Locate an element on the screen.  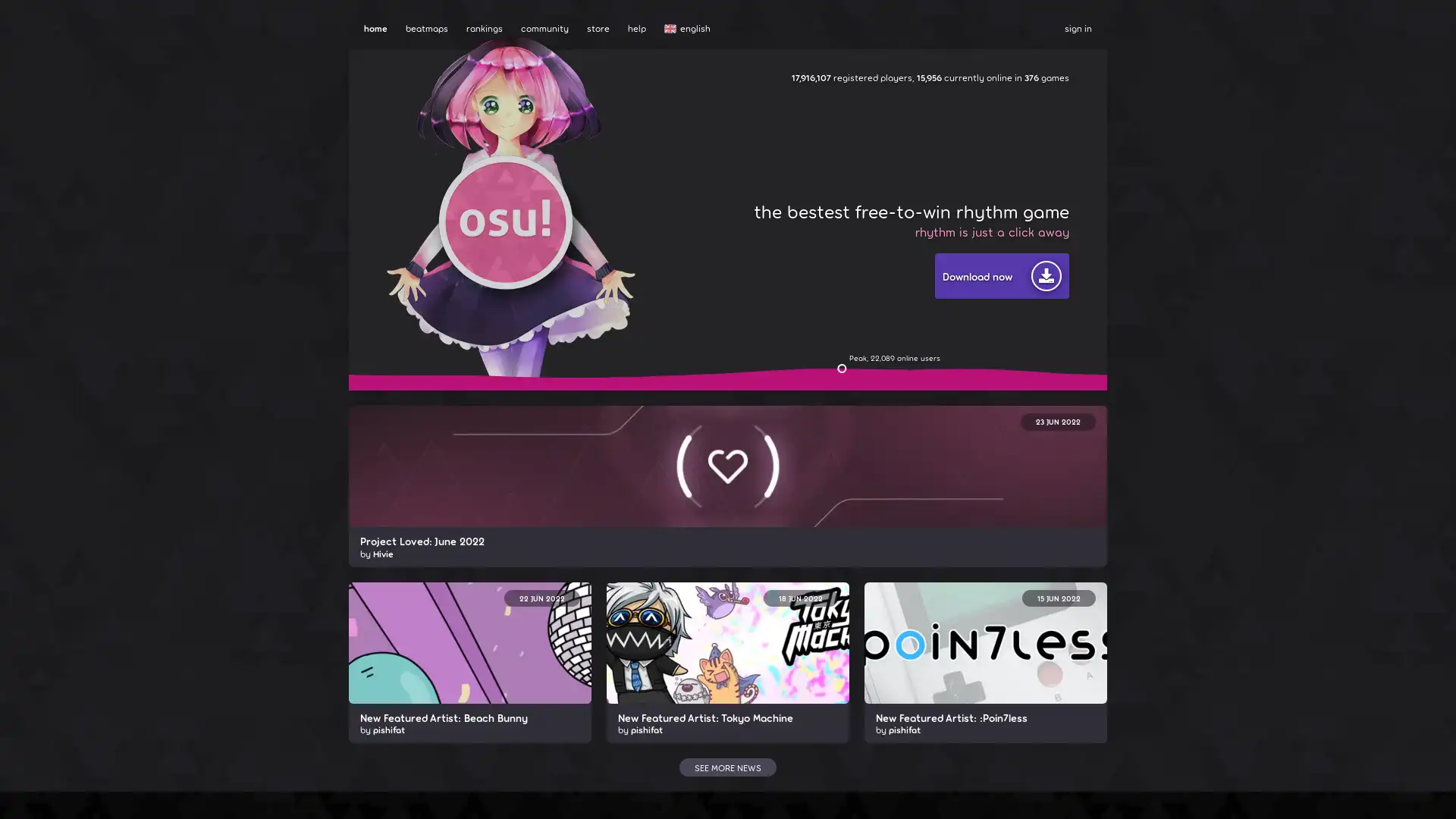
nederlands is located at coordinates (709, 358).